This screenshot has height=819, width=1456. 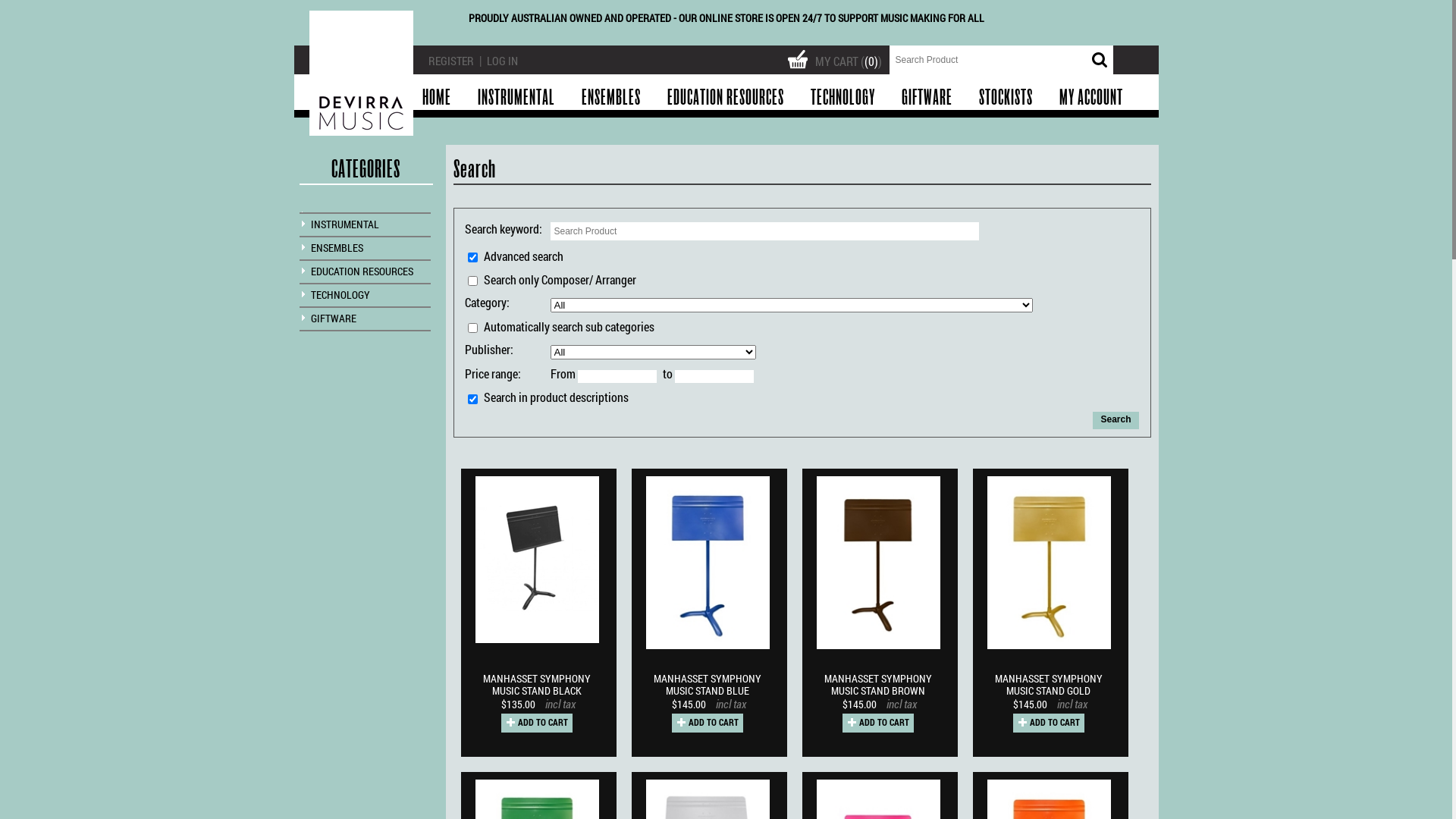 What do you see at coordinates (344, 224) in the screenshot?
I see `'INSTRUMENTAL'` at bounding box center [344, 224].